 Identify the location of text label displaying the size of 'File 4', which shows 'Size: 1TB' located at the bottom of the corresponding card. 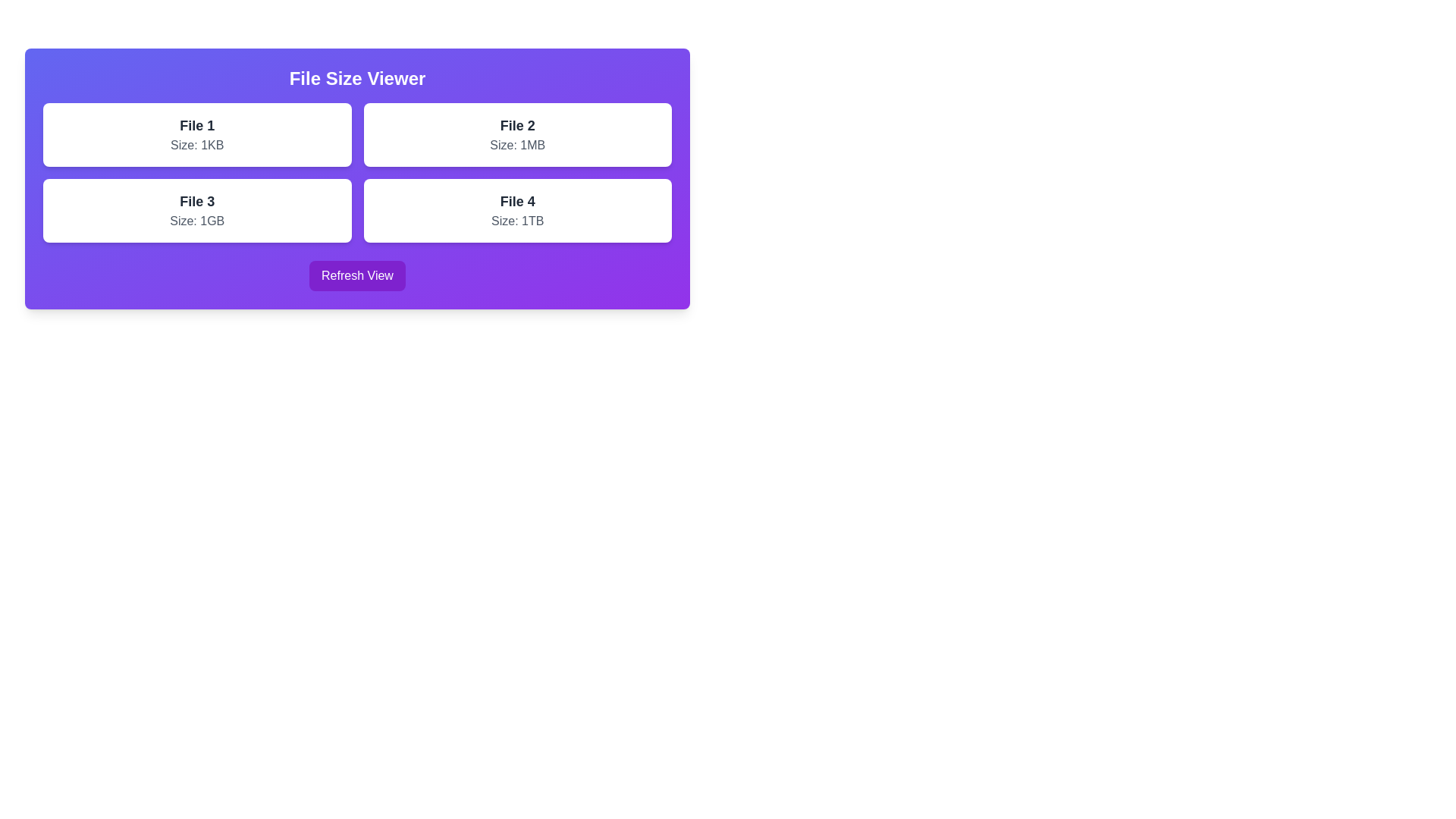
(517, 221).